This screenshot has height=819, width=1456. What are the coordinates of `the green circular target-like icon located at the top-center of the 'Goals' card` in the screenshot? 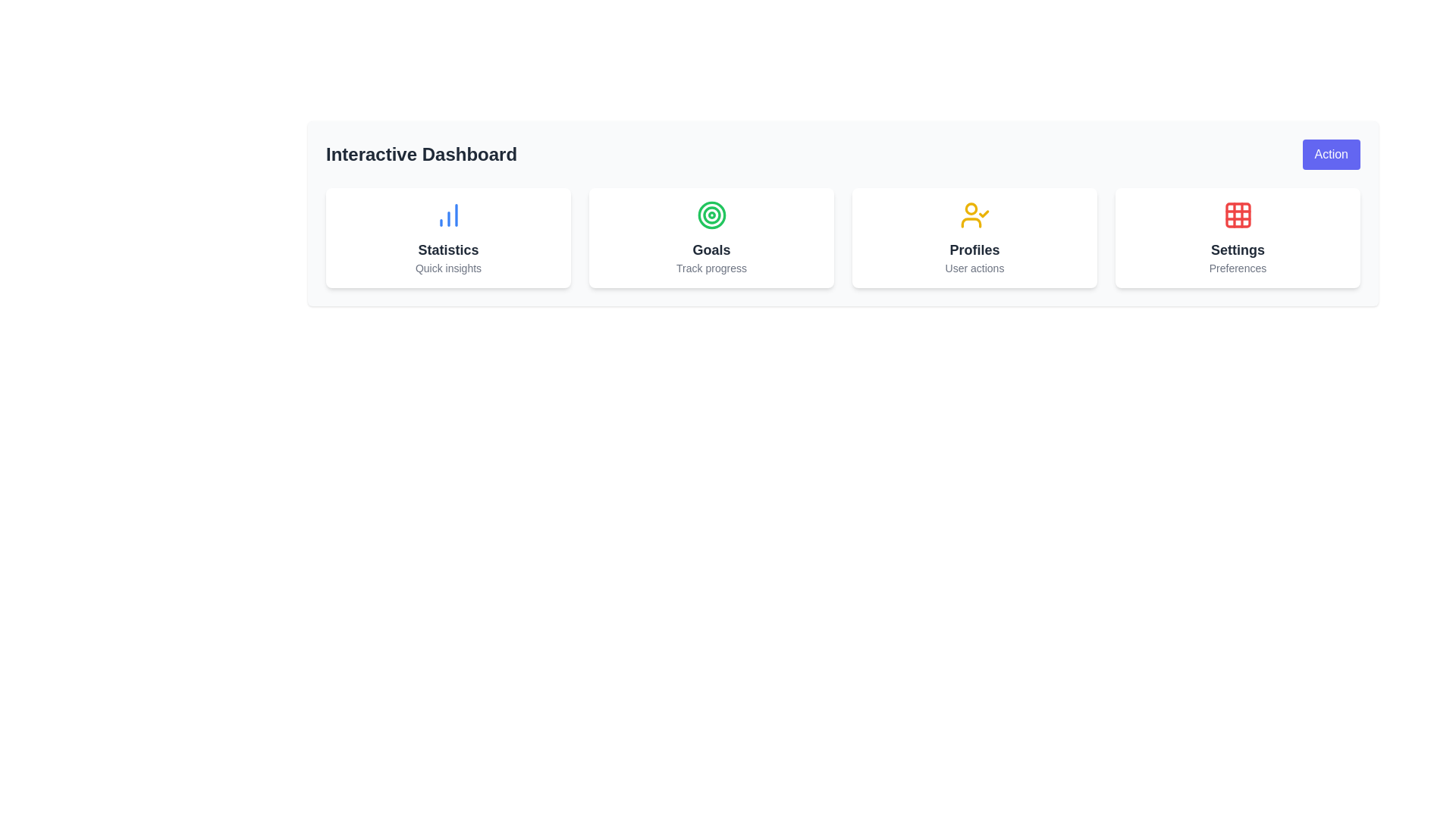 It's located at (711, 215).